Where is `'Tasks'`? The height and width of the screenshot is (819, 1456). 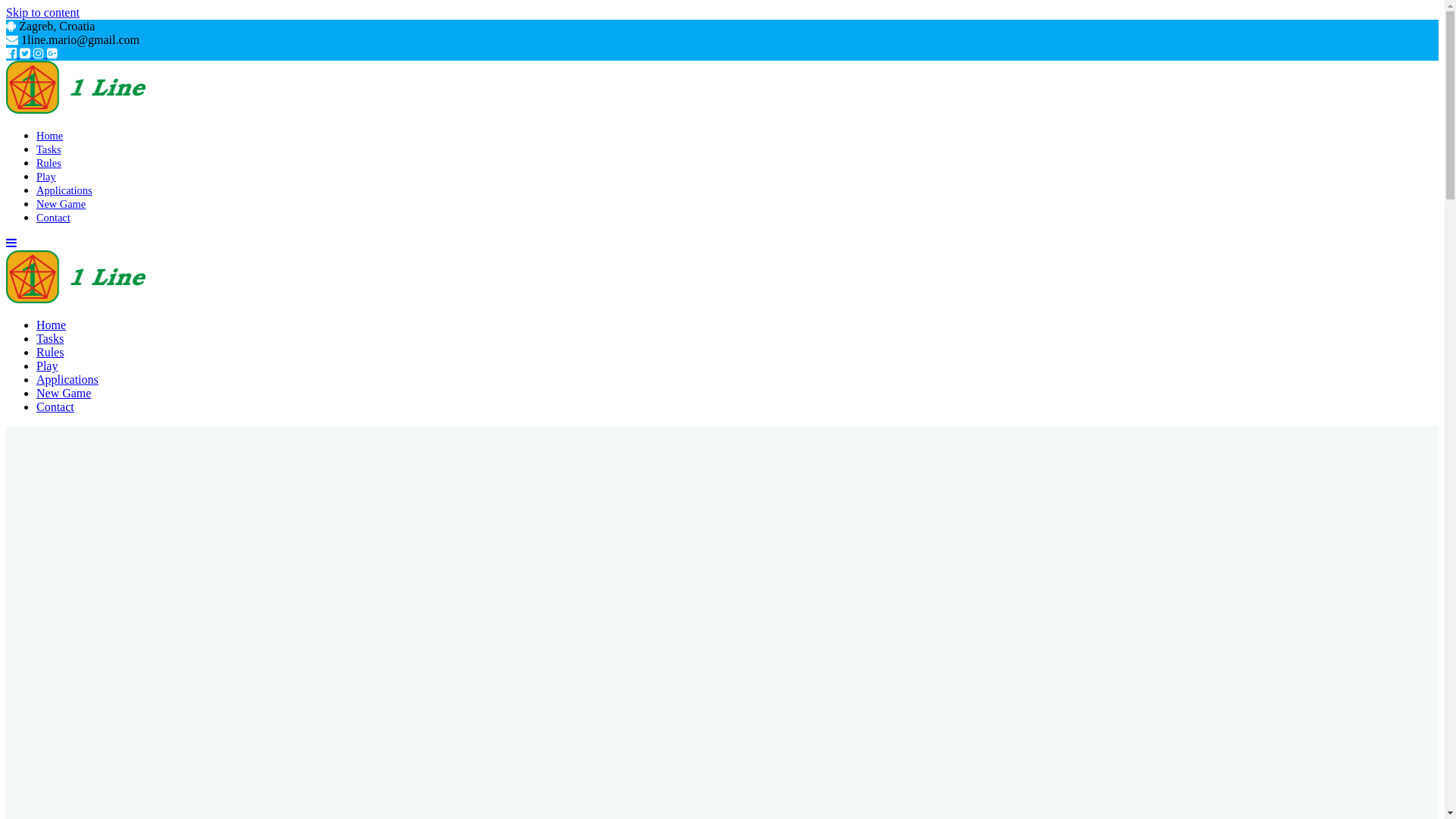
'Tasks' is located at coordinates (50, 337).